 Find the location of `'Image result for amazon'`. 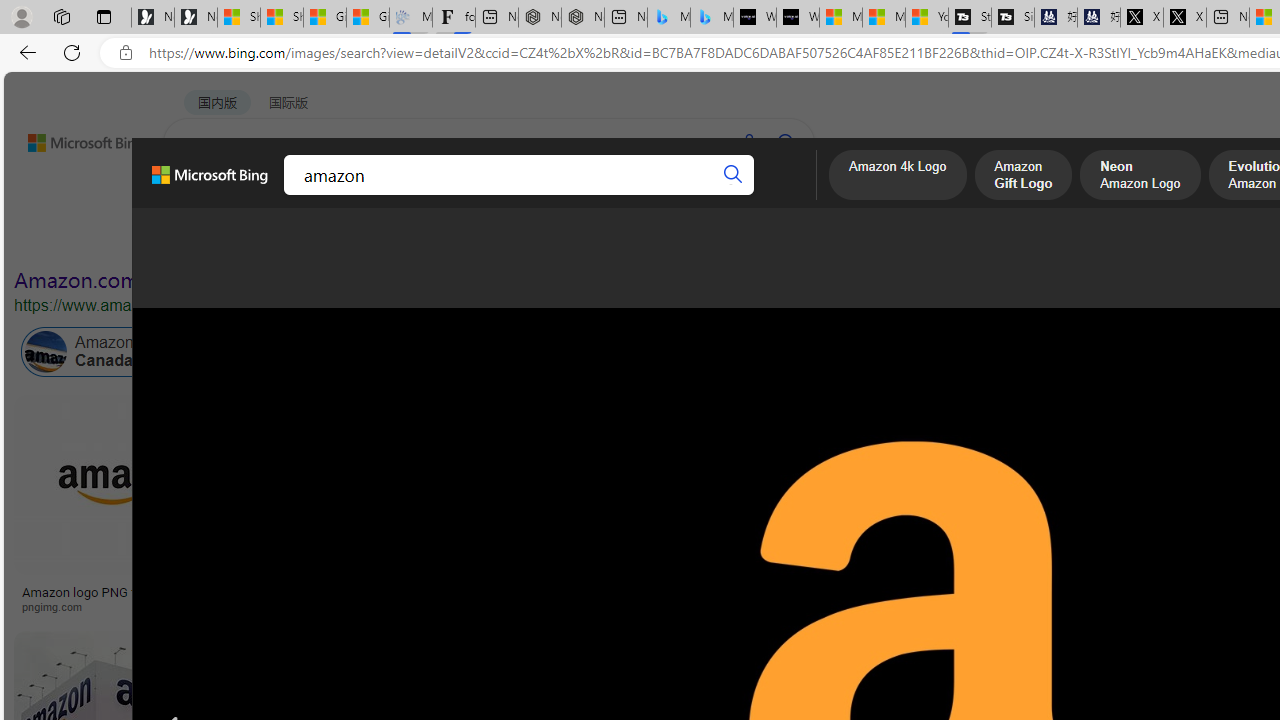

'Image result for amazon' is located at coordinates (902, 485).